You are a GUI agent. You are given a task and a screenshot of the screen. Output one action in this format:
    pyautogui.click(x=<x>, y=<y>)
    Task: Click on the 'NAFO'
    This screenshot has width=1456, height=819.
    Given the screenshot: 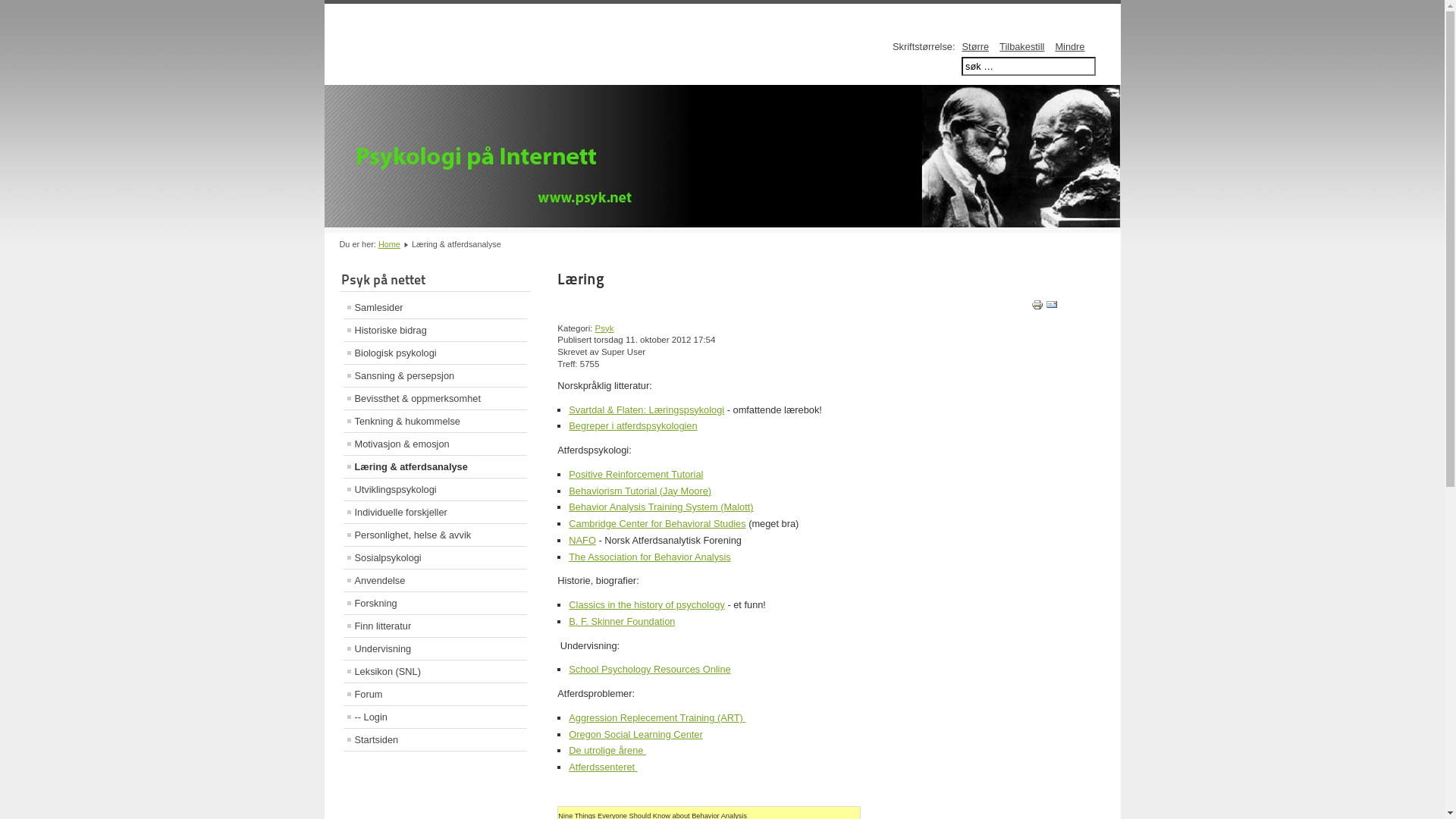 What is the action you would take?
    pyautogui.click(x=582, y=539)
    